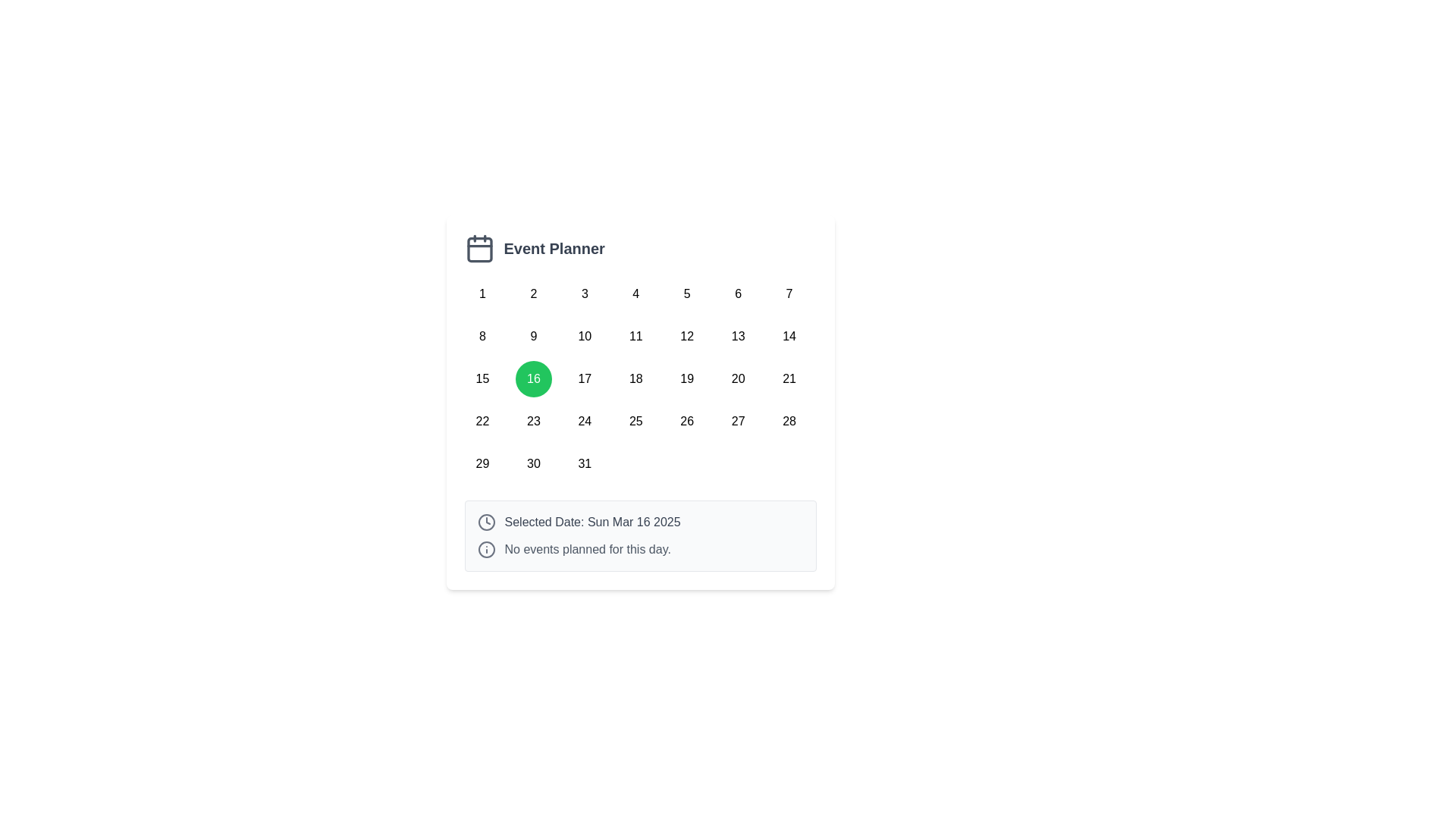  Describe the element at coordinates (686, 294) in the screenshot. I see `the small, circular button with a white background displaying the number '5' in bold, black text` at that location.